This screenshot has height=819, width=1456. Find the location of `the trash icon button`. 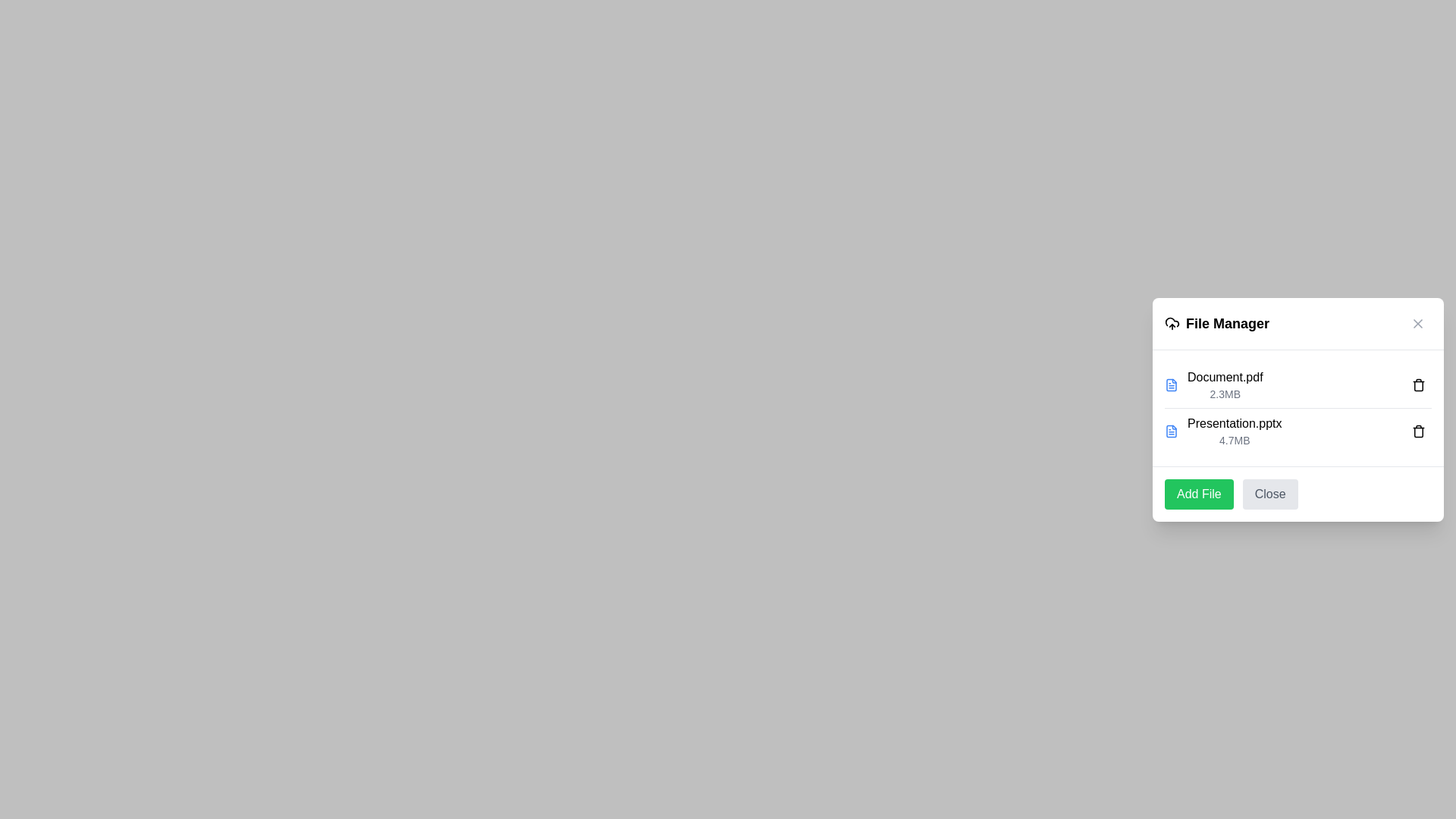

the trash icon button is located at coordinates (1418, 430).